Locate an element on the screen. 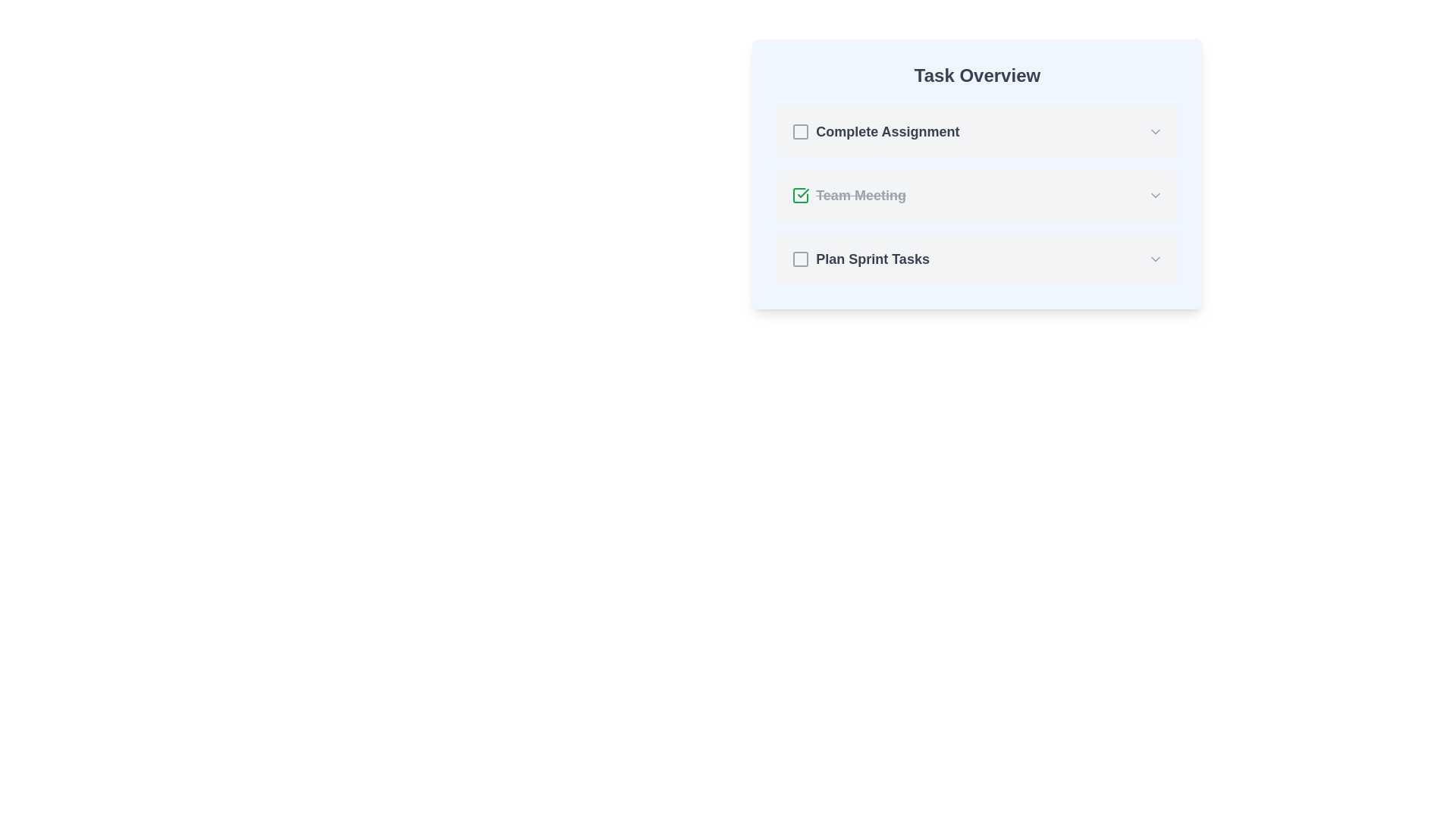  the green checkmark icon within a square indicating a completed task, located to the left of the text 'Team Meeting' in the 'Task Overview' list is located at coordinates (800, 195).